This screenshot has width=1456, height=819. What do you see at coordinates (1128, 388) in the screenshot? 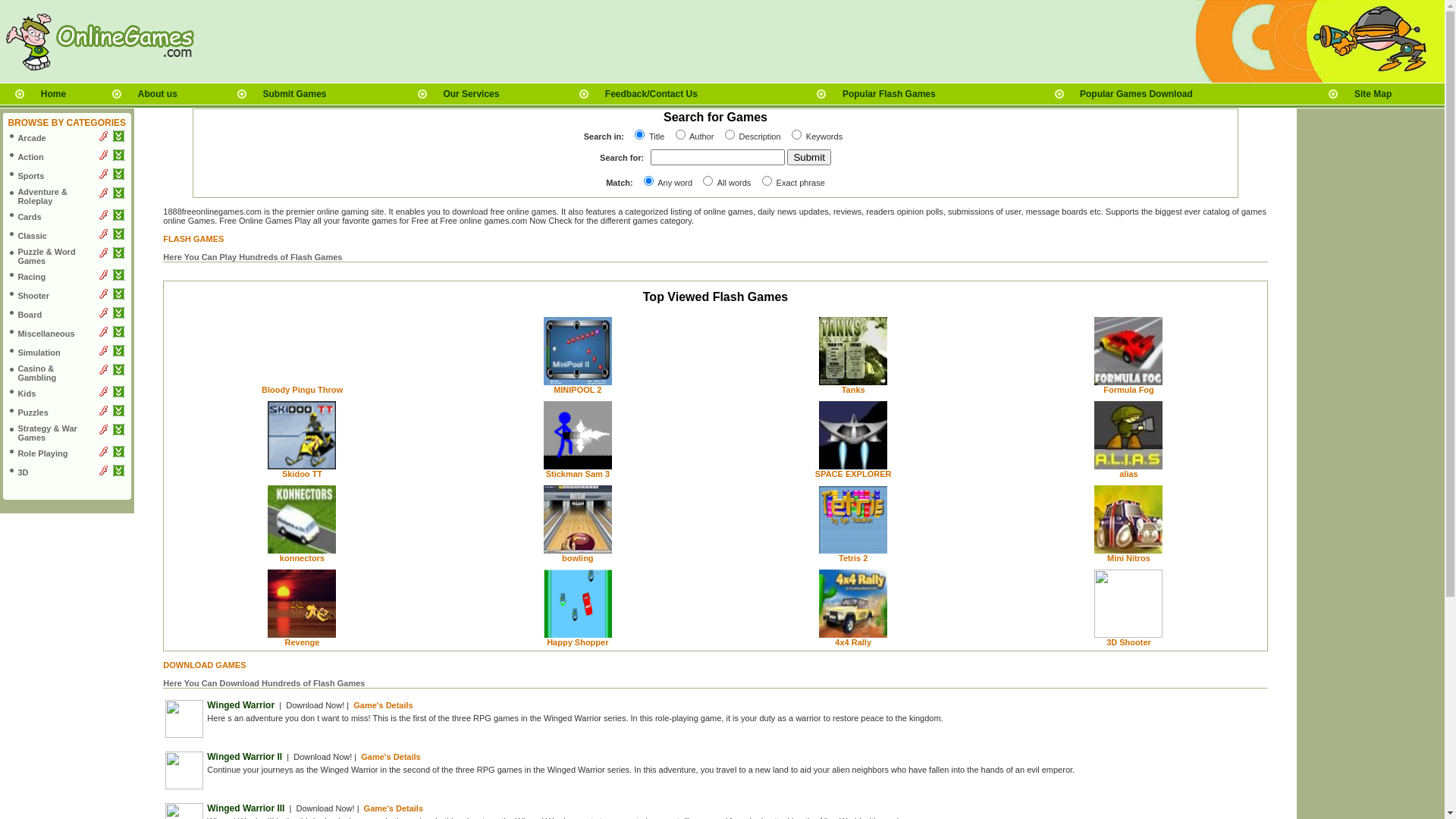
I see `'Formula Fog'` at bounding box center [1128, 388].